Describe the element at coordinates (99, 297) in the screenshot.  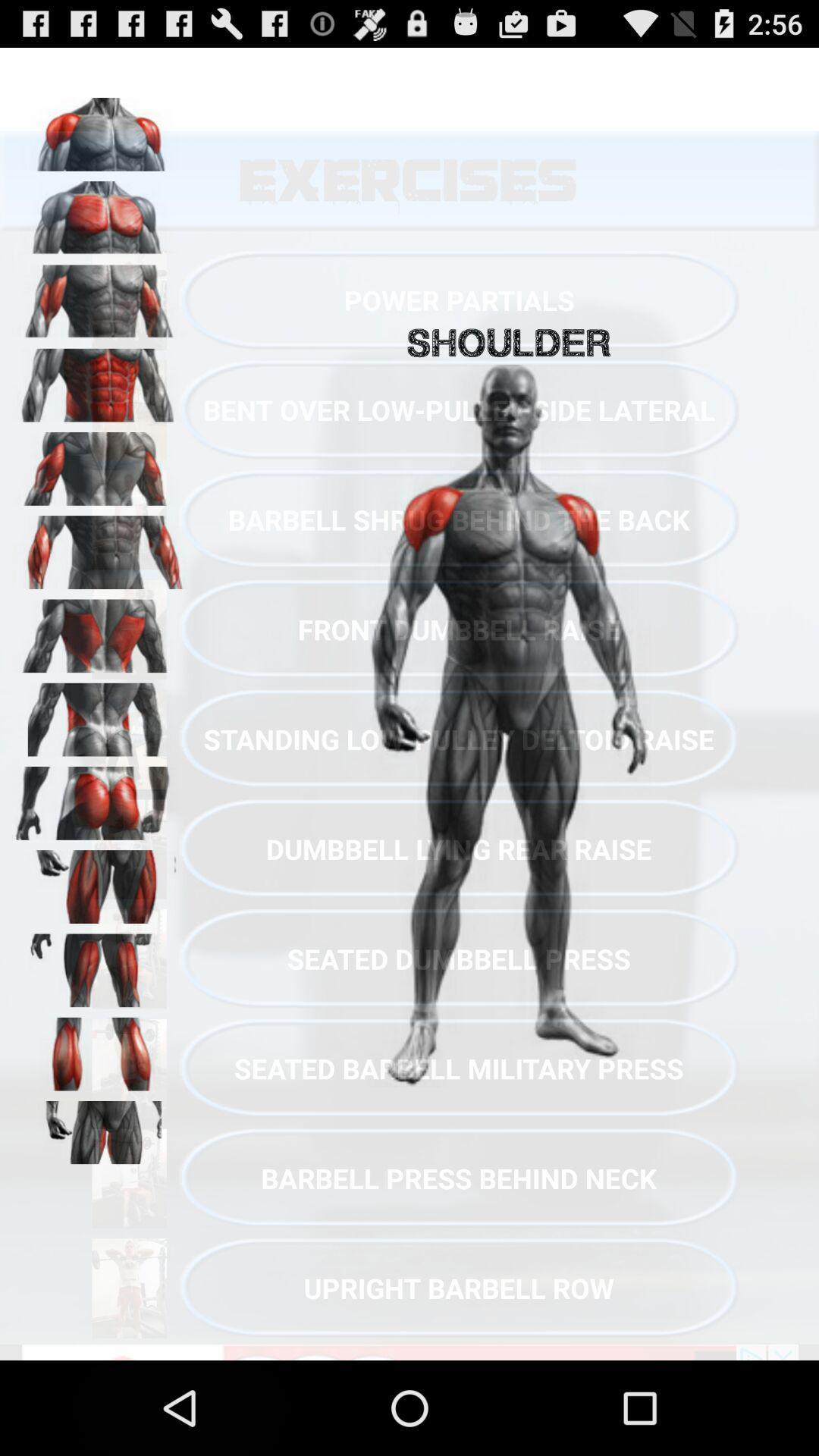
I see `tricpes` at that location.